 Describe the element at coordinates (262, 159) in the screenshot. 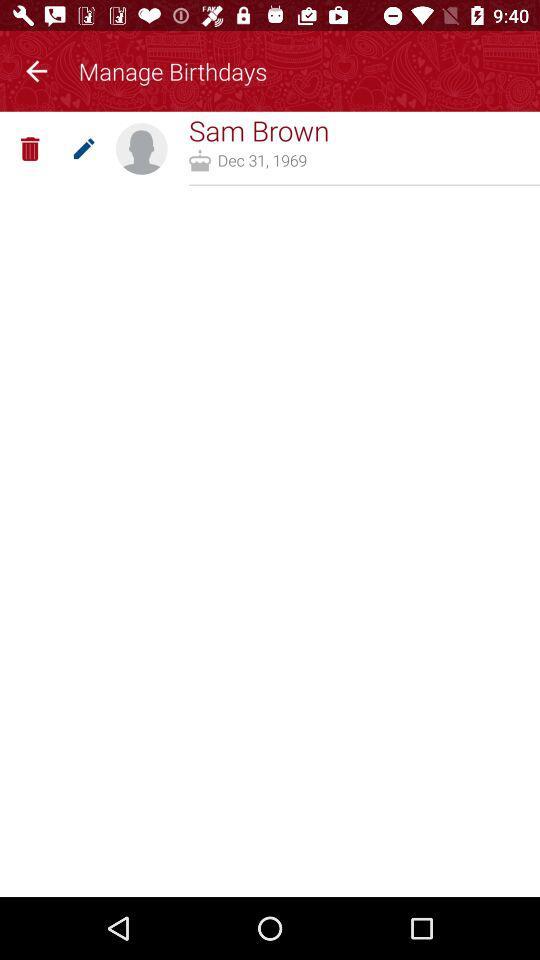

I see `icon below sam brown icon` at that location.